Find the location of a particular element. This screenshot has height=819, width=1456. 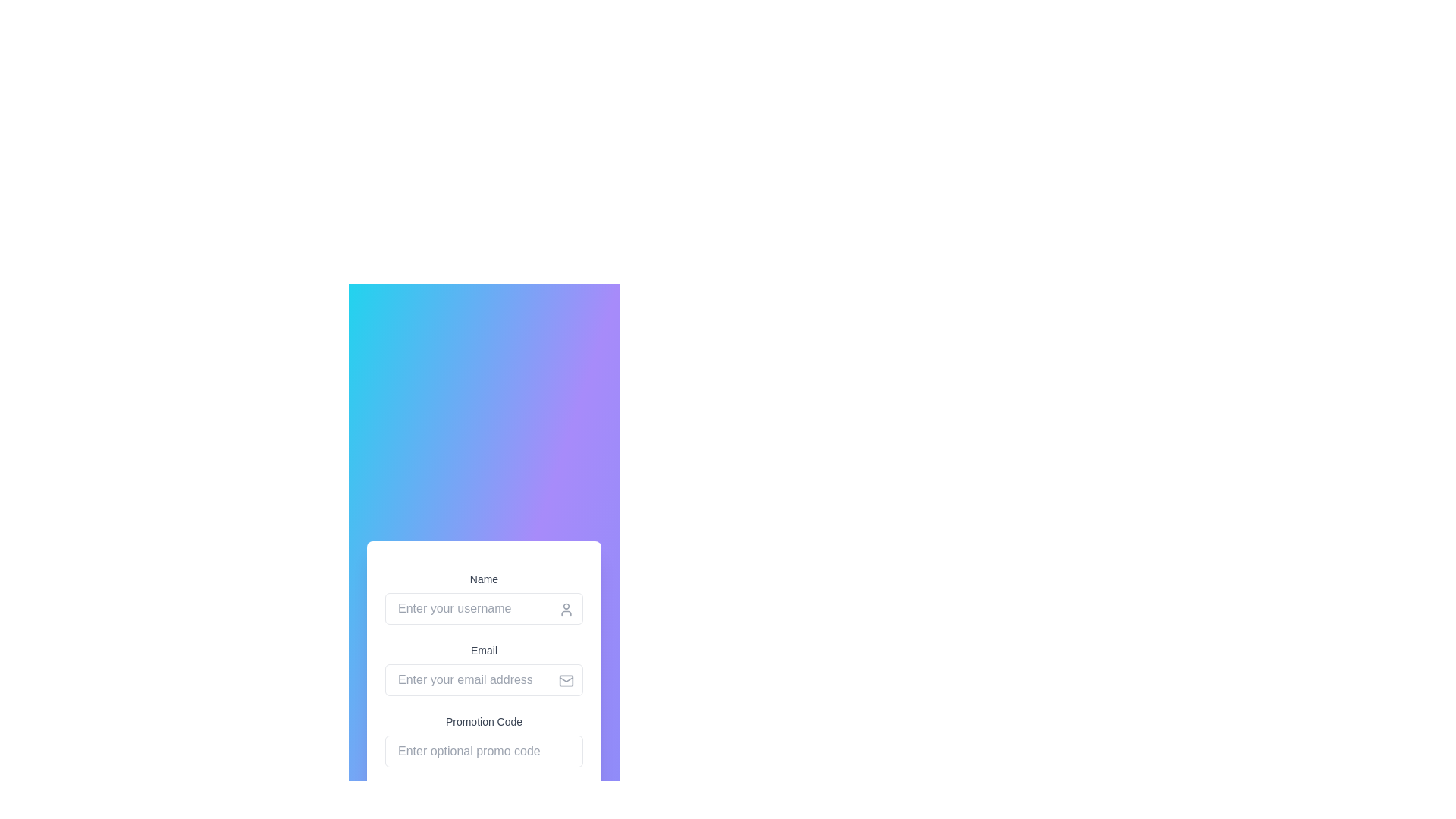

the Text label that indicates the associated input field for entering an email address, which is located directly above the 'Enter your email address' input field is located at coordinates (483, 649).